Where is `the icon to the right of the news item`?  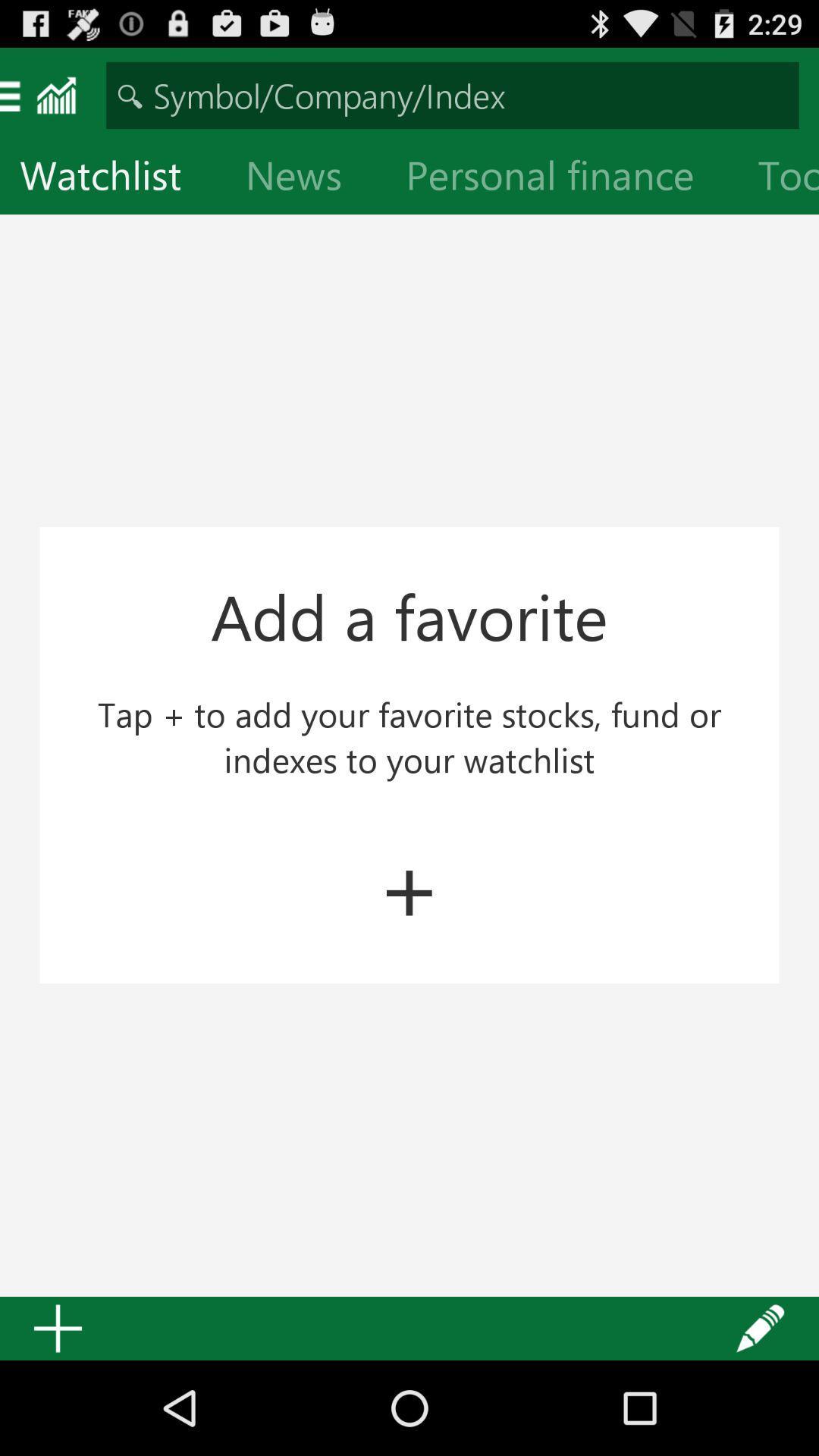 the icon to the right of the news item is located at coordinates (562, 178).